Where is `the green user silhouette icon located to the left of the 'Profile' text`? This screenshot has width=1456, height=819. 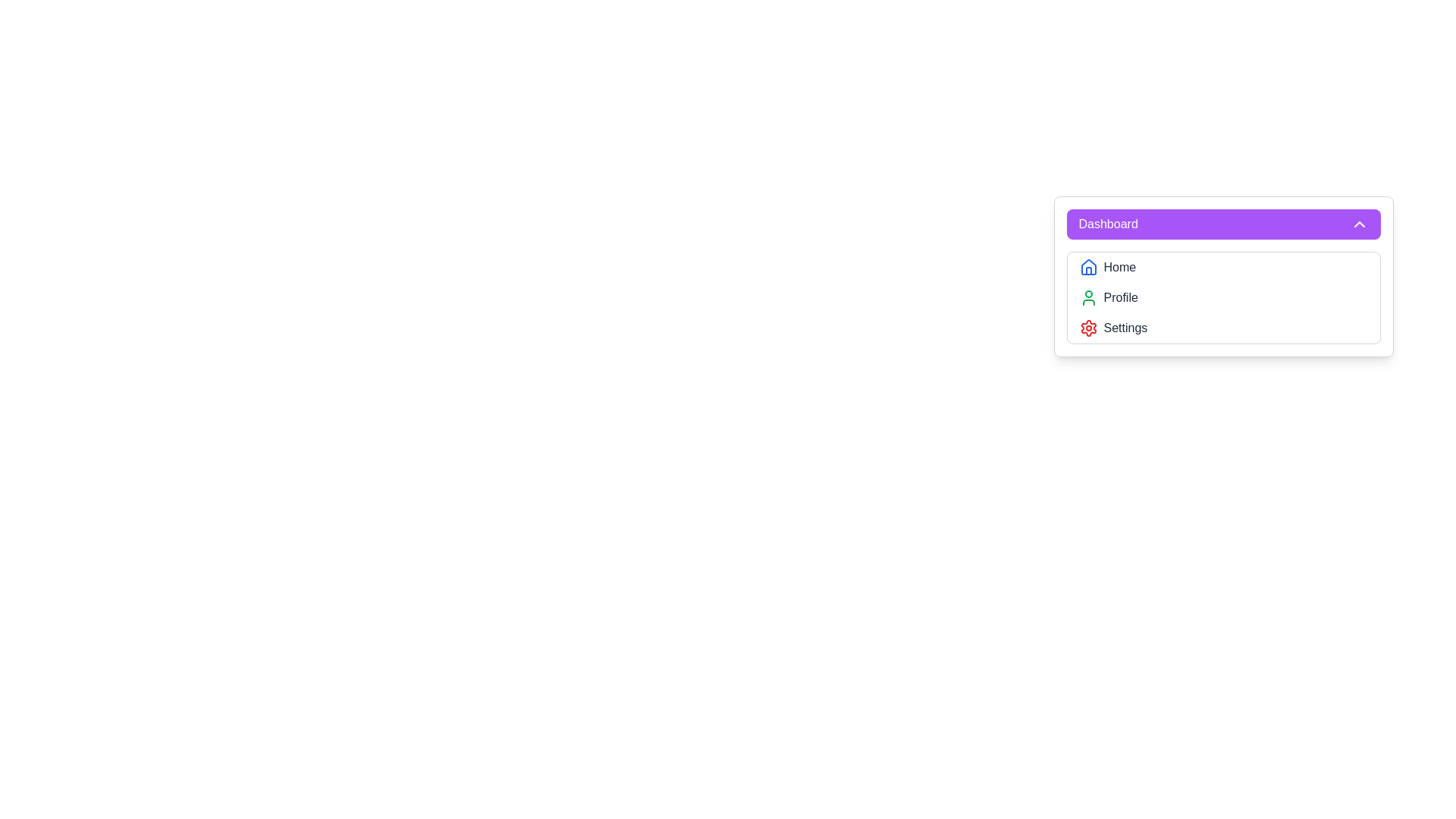 the green user silhouette icon located to the left of the 'Profile' text is located at coordinates (1087, 298).